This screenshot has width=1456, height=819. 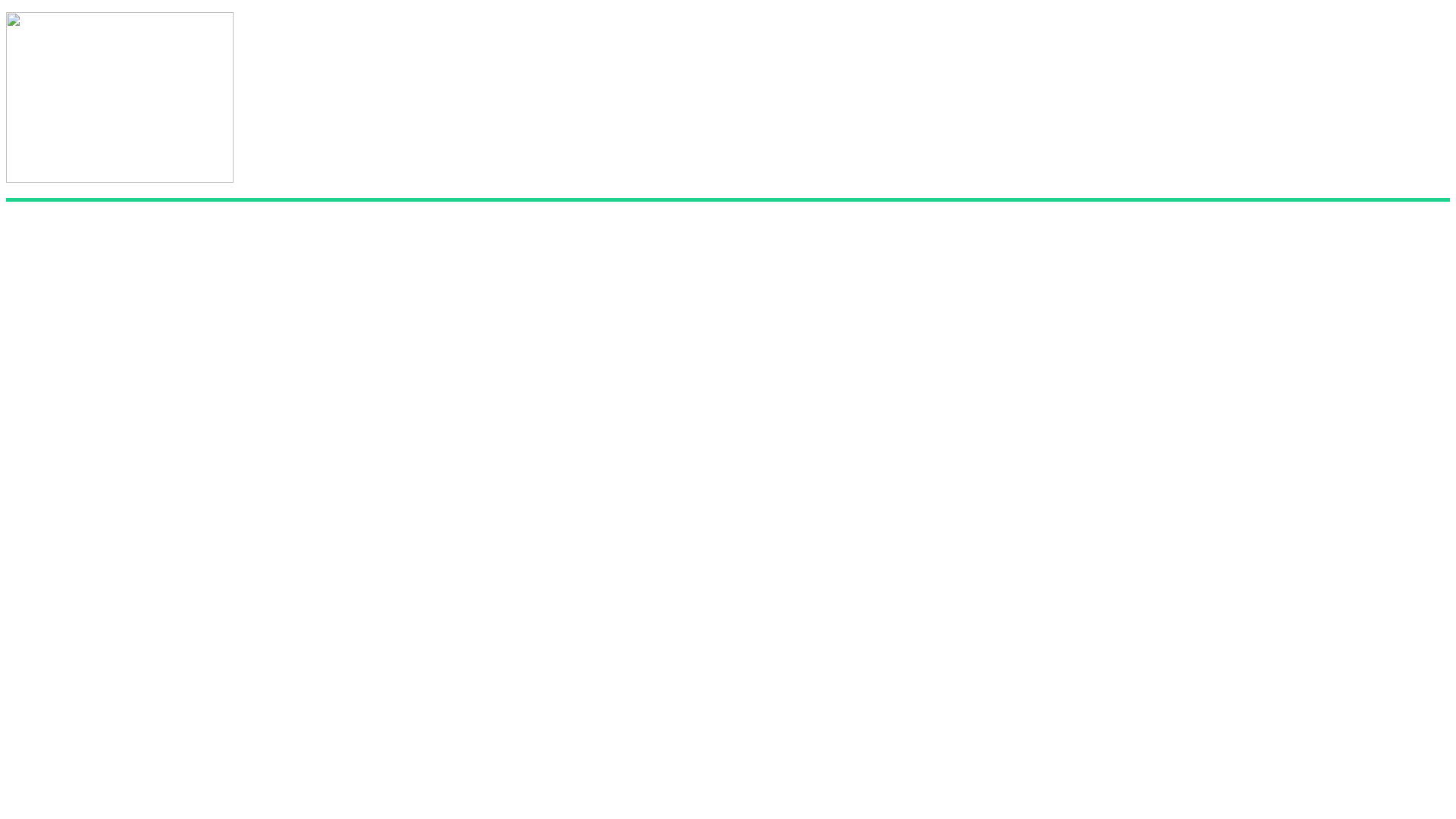 What do you see at coordinates (5, 11) in the screenshot?
I see `'Skip to content'` at bounding box center [5, 11].